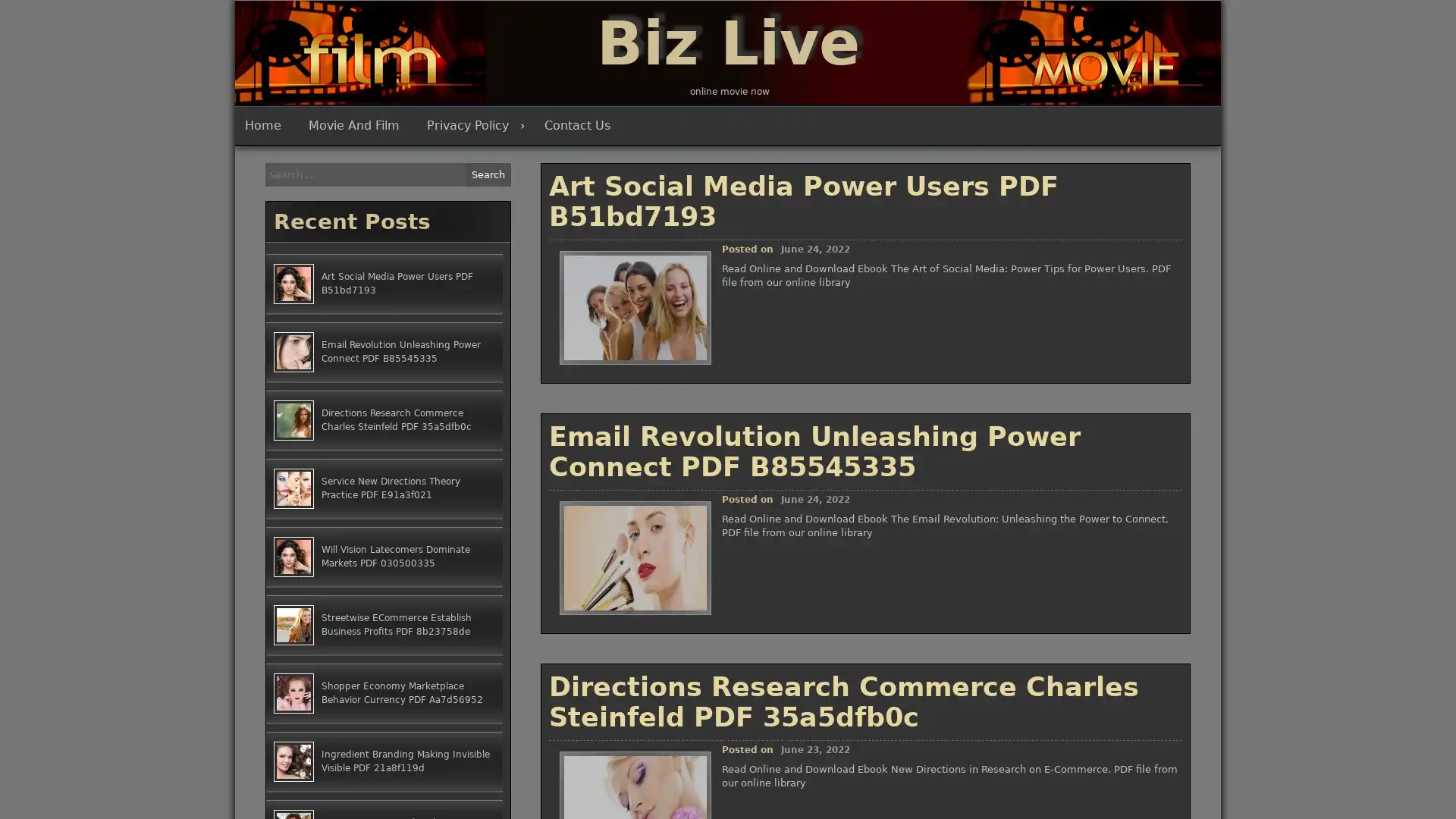 The height and width of the screenshot is (819, 1456). Describe the element at coordinates (488, 174) in the screenshot. I see `Search` at that location.